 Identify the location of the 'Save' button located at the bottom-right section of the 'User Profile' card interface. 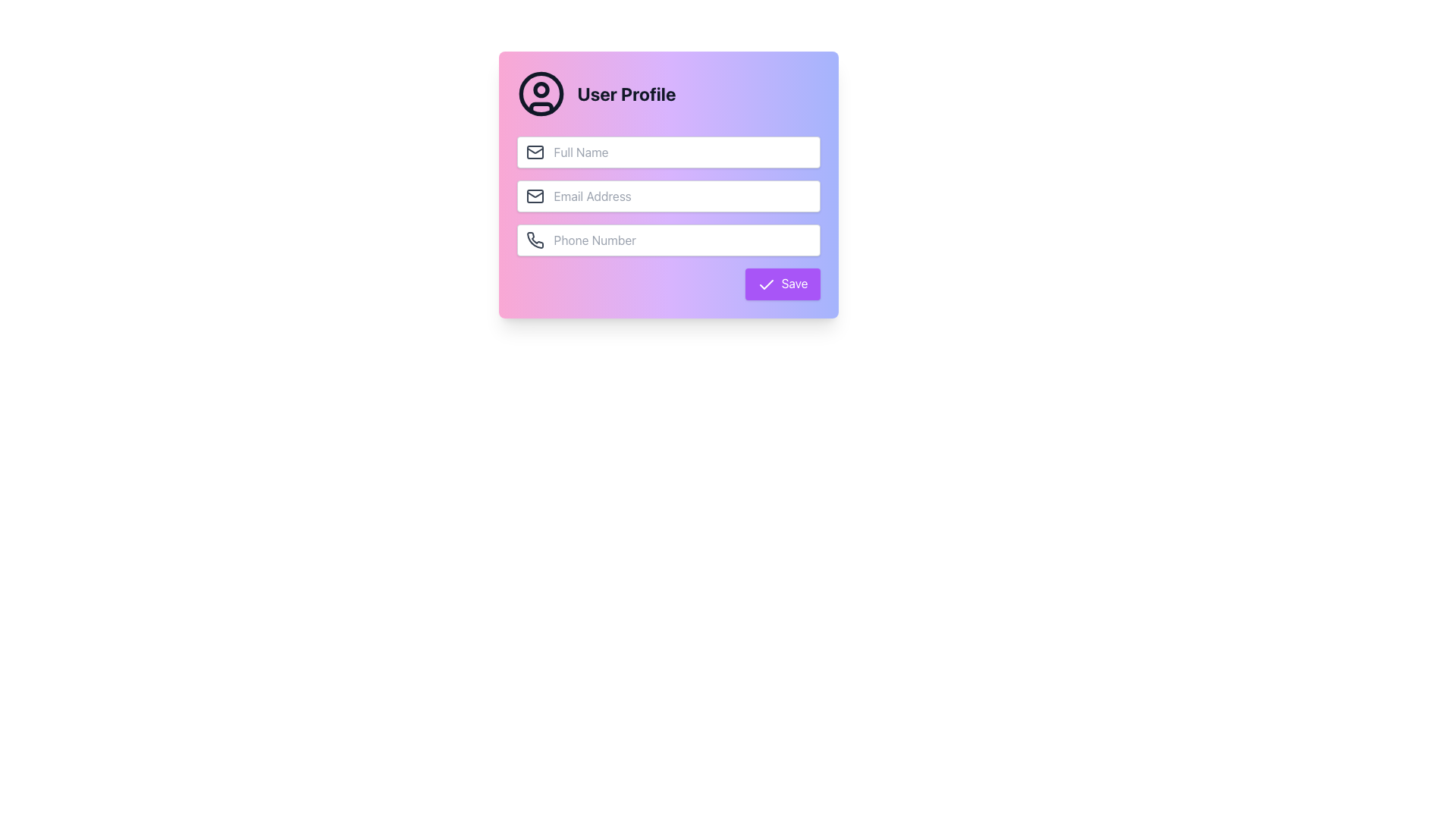
(783, 284).